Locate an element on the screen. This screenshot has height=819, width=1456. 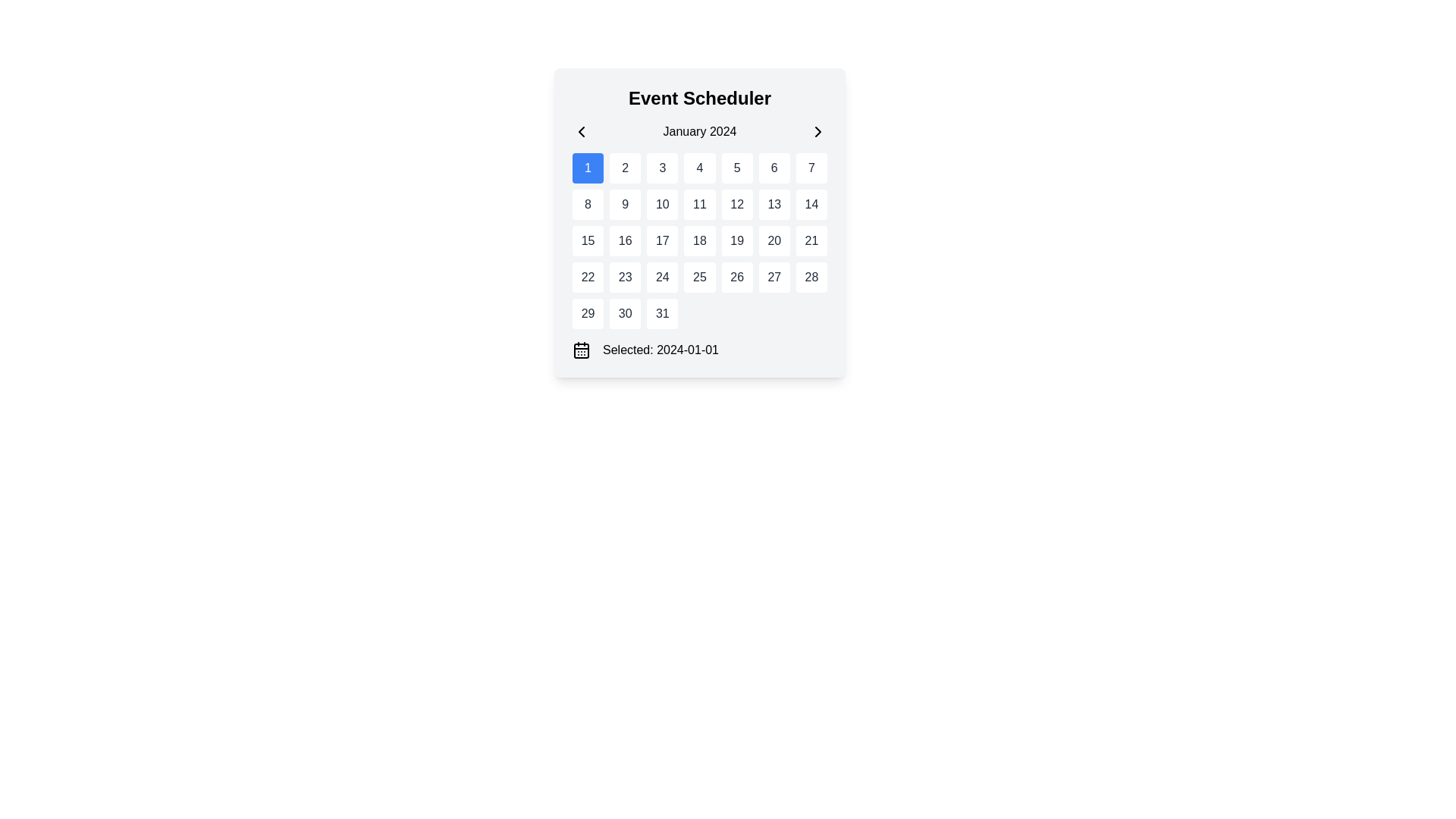
the calendar day button displaying the date '14', located in the second row and seventh column of the calendar grid is located at coordinates (811, 205).